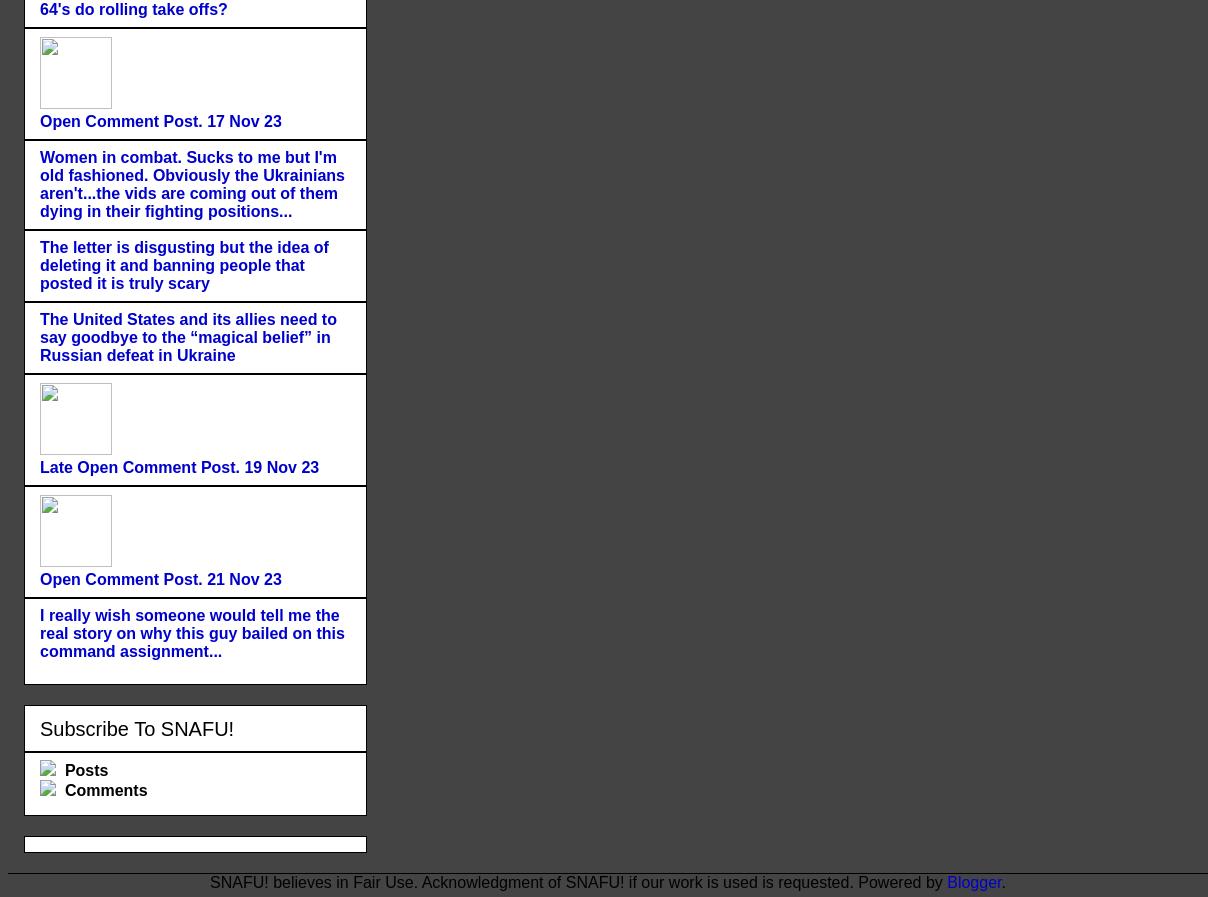 This screenshot has height=897, width=1208. I want to click on 'Women in combat.  Sucks to me but I'm old fashioned.  Obviously the Ukrainians aren't...the vids are coming out of them dying in their fighting positions...', so click(191, 182).